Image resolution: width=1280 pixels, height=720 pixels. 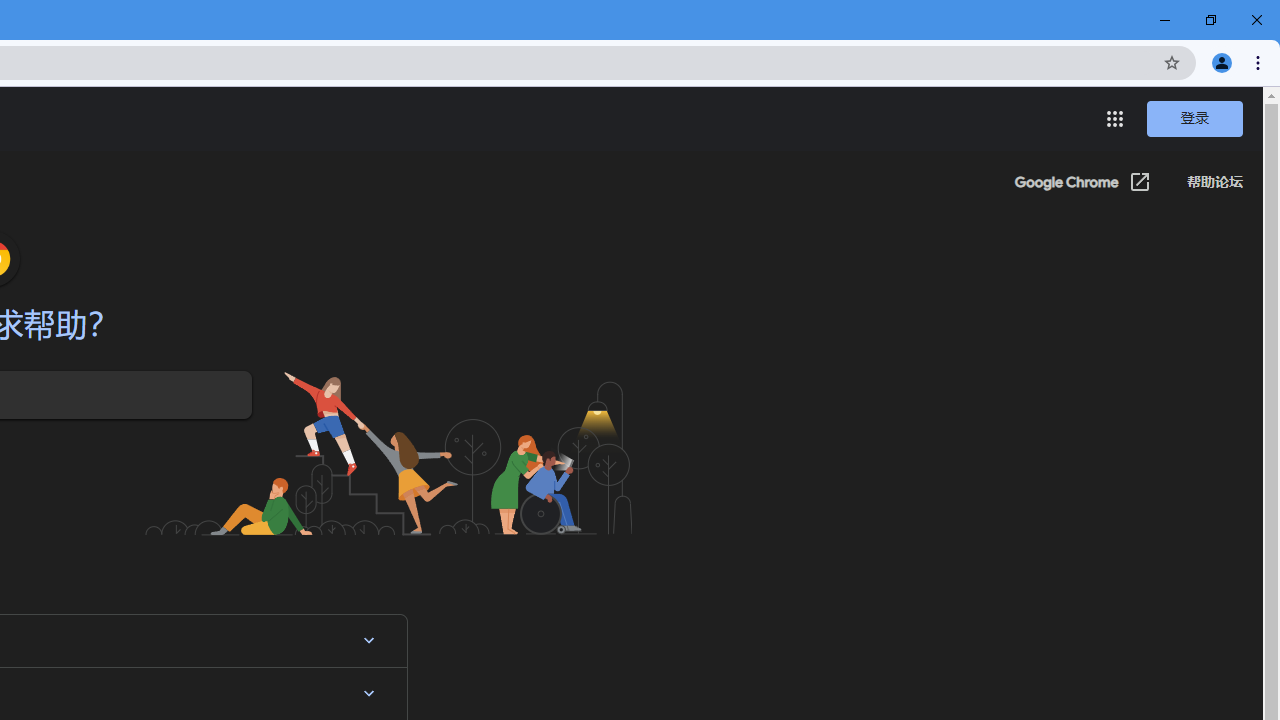 I want to click on 'You', so click(x=1220, y=61).